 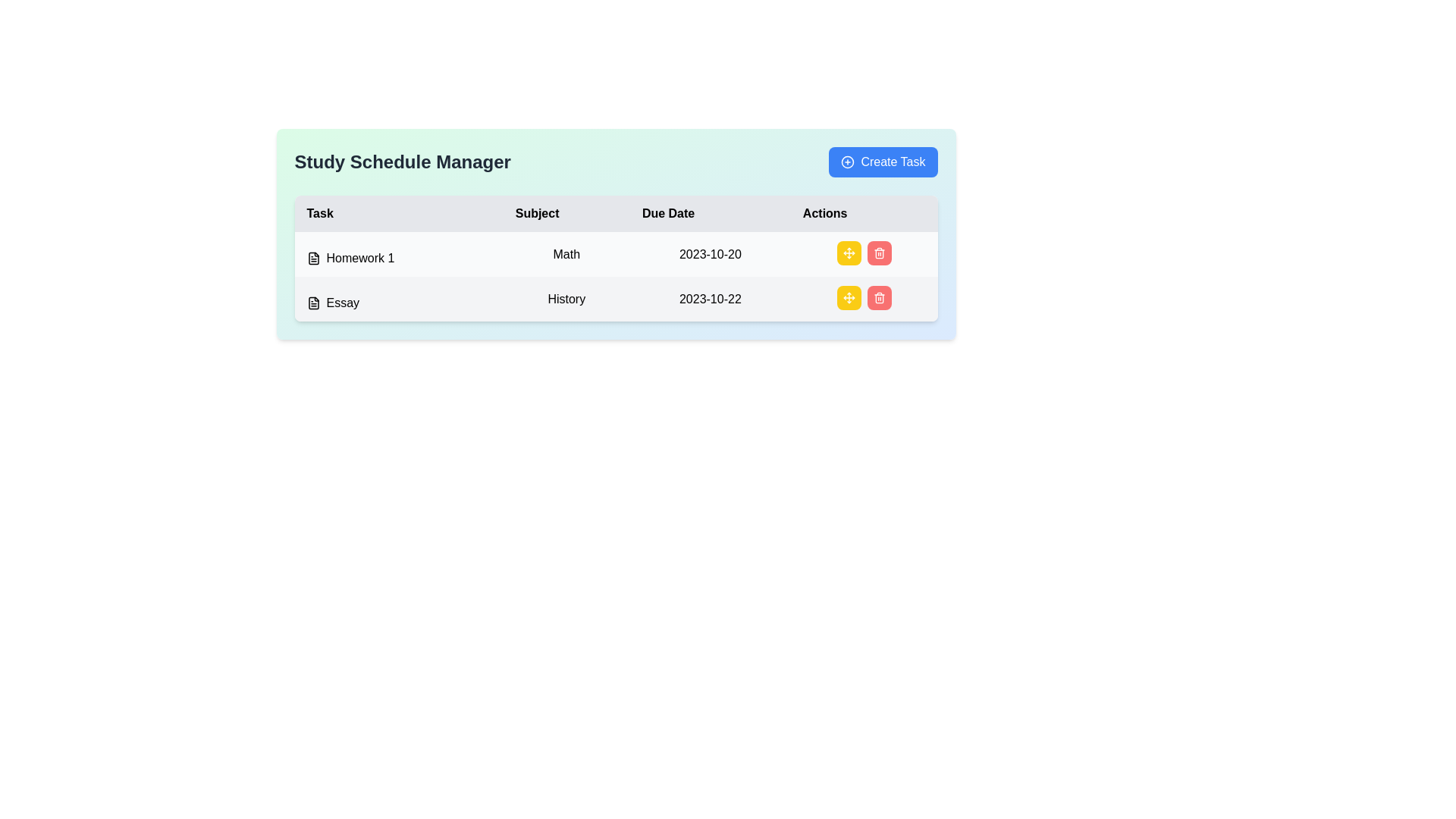 What do you see at coordinates (616, 253) in the screenshot?
I see `the first row of the task table displaying 'Homework 1' to enable contextual interaction` at bounding box center [616, 253].